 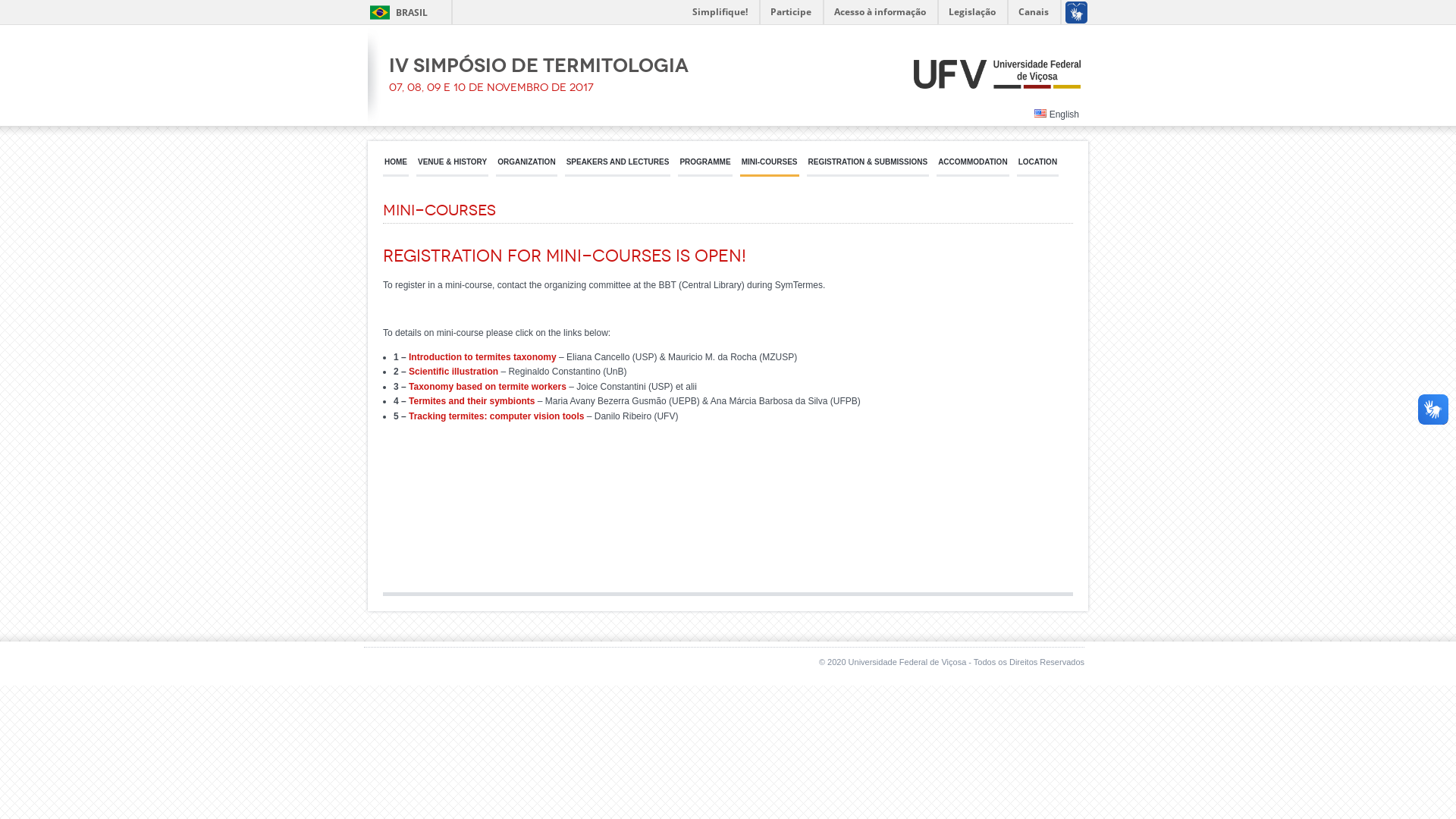 What do you see at coordinates (806, 166) in the screenshot?
I see `'REGISTRATION & SUBMISSIONS'` at bounding box center [806, 166].